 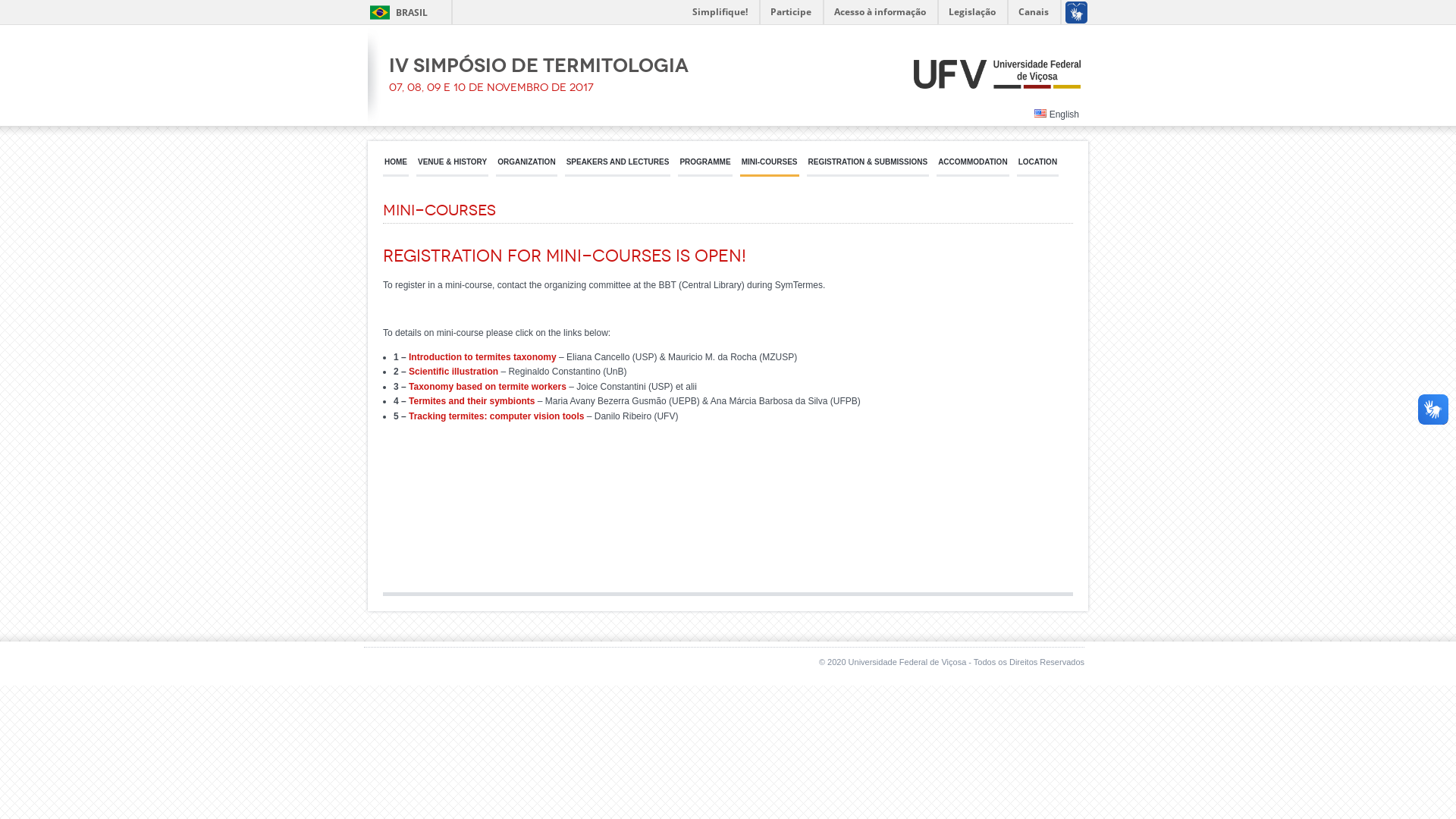 What do you see at coordinates (806, 166) in the screenshot?
I see `'REGISTRATION & SUBMISSIONS'` at bounding box center [806, 166].